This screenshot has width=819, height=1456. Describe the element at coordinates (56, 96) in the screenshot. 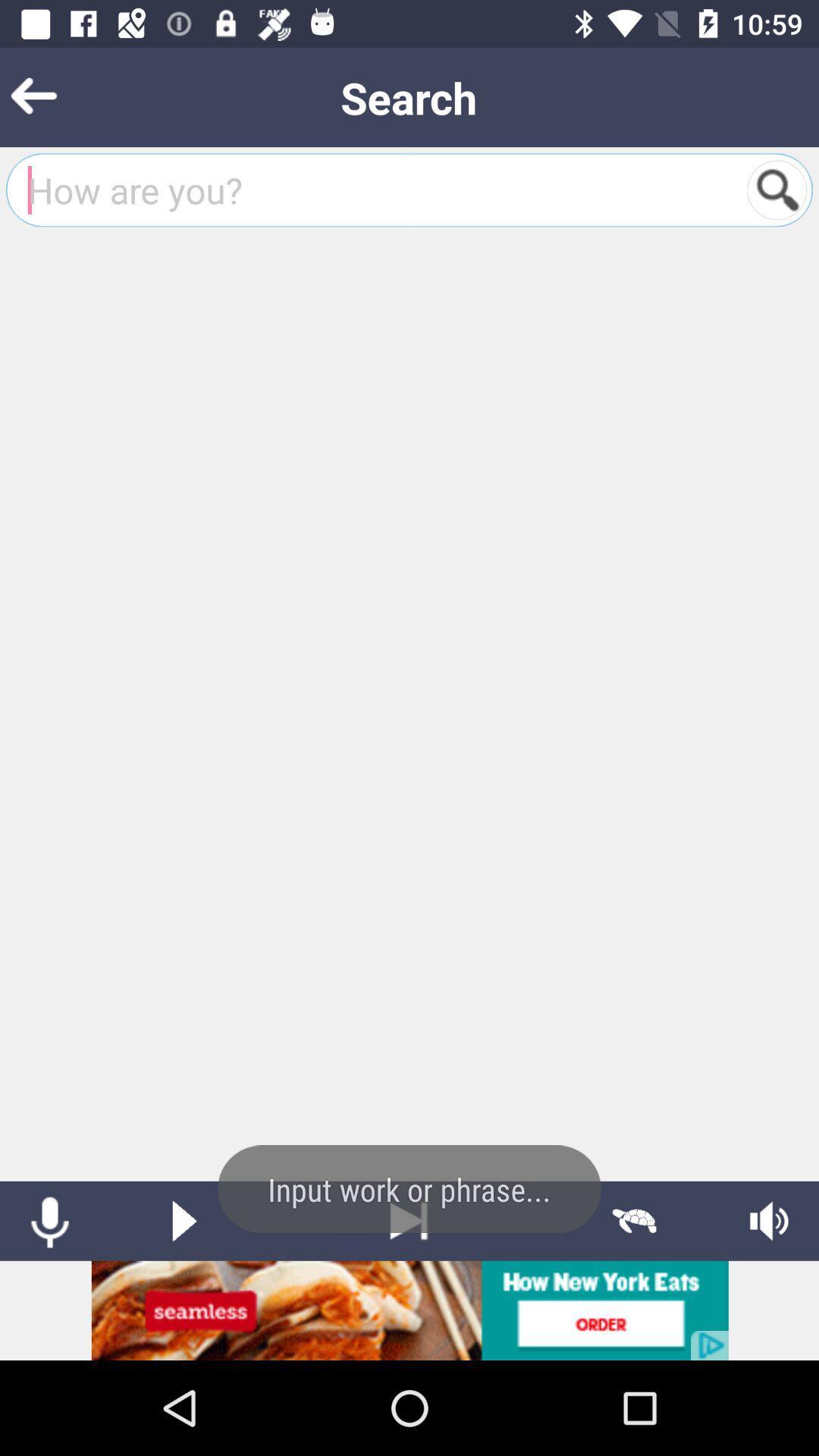

I see `the arrow_backward icon` at that location.